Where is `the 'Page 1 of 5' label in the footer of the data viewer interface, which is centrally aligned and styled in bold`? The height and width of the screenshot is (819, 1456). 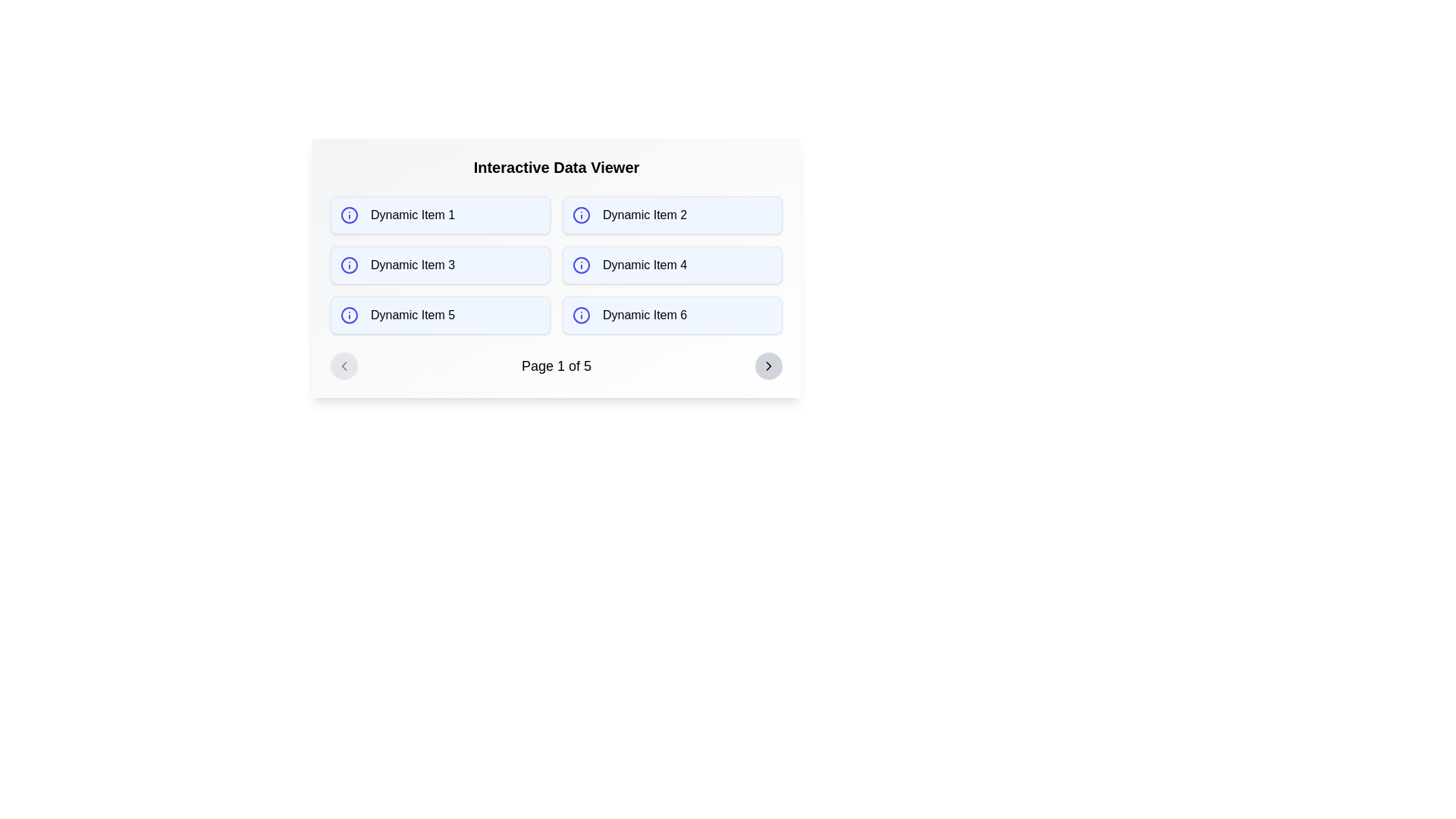 the 'Page 1 of 5' label in the footer of the data viewer interface, which is centrally aligned and styled in bold is located at coordinates (556, 366).